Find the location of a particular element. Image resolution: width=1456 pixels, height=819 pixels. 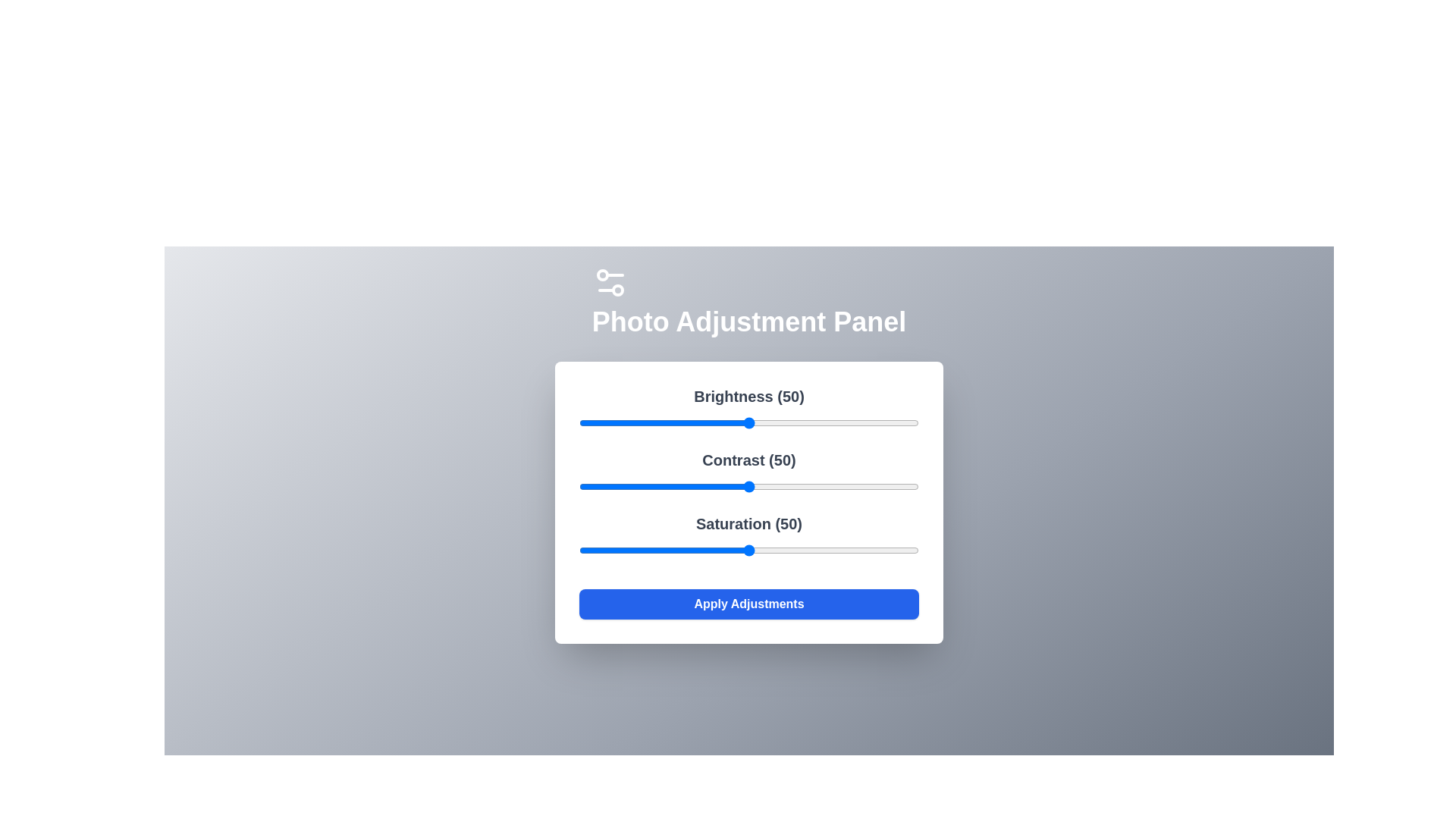

the 1 slider to 44 is located at coordinates (729, 486).